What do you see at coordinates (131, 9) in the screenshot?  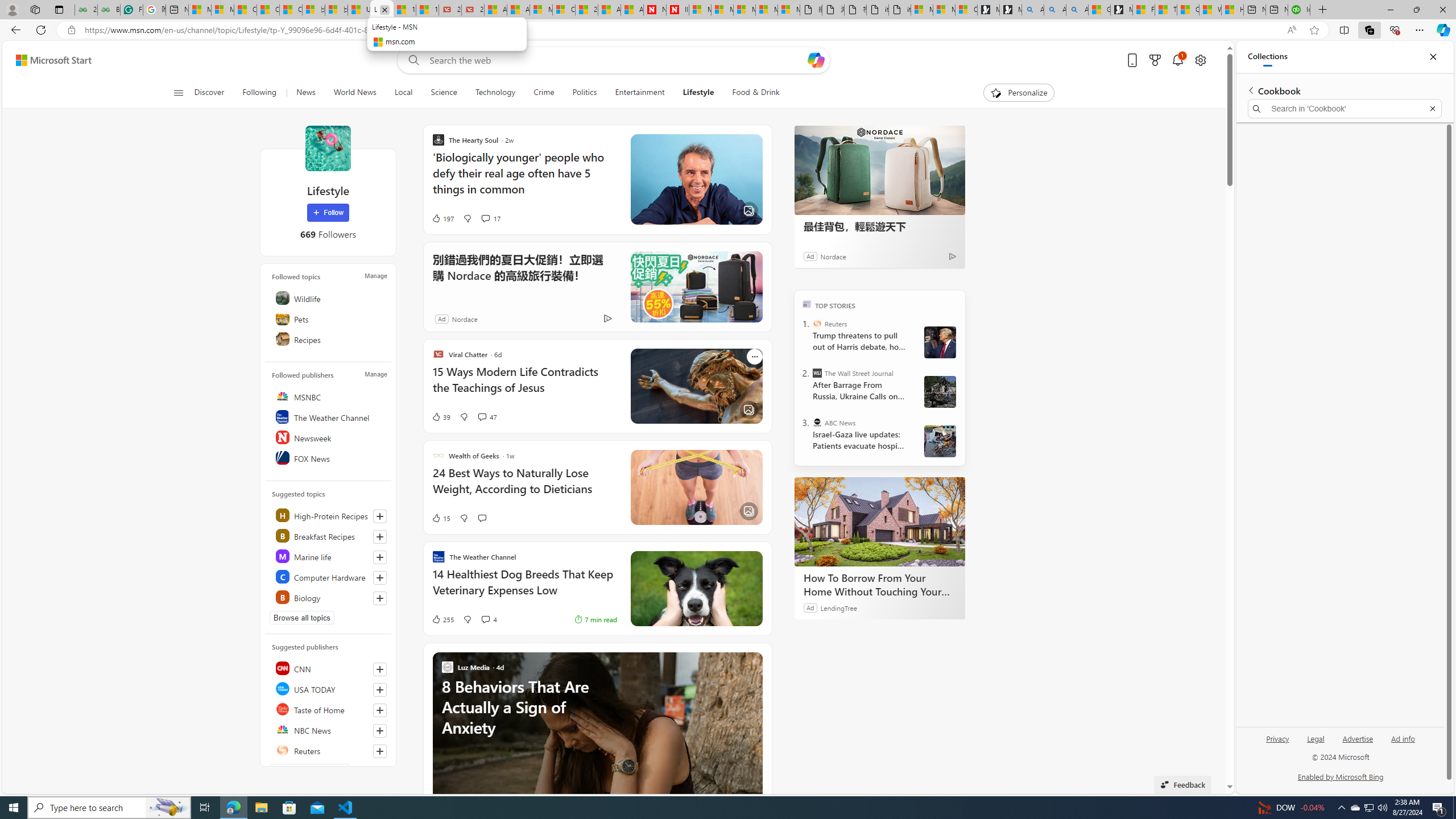 I see `'Free AI Writing Assistance for Students | Grammarly'` at bounding box center [131, 9].